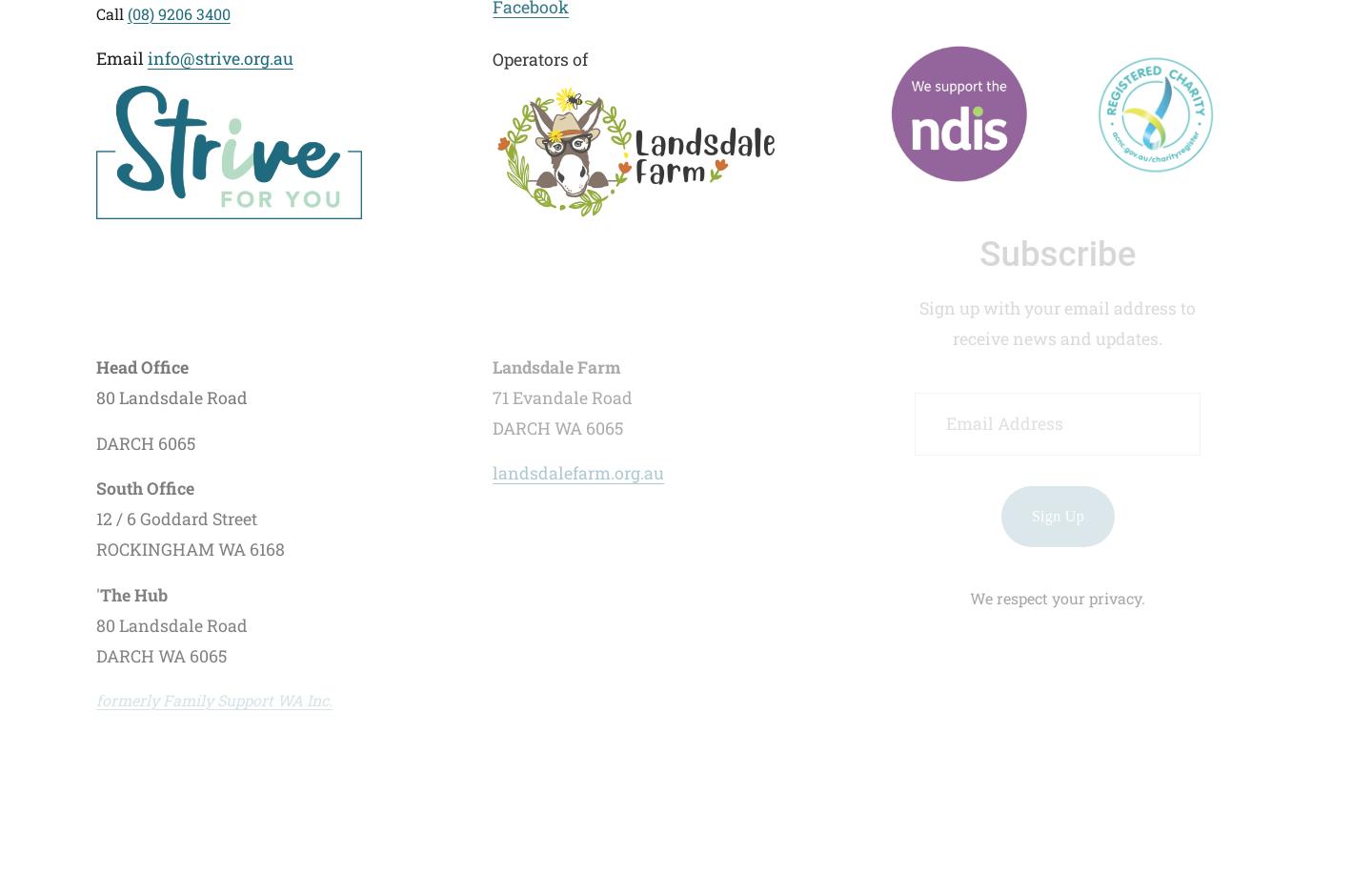  I want to click on 'South Office', so click(143, 486).